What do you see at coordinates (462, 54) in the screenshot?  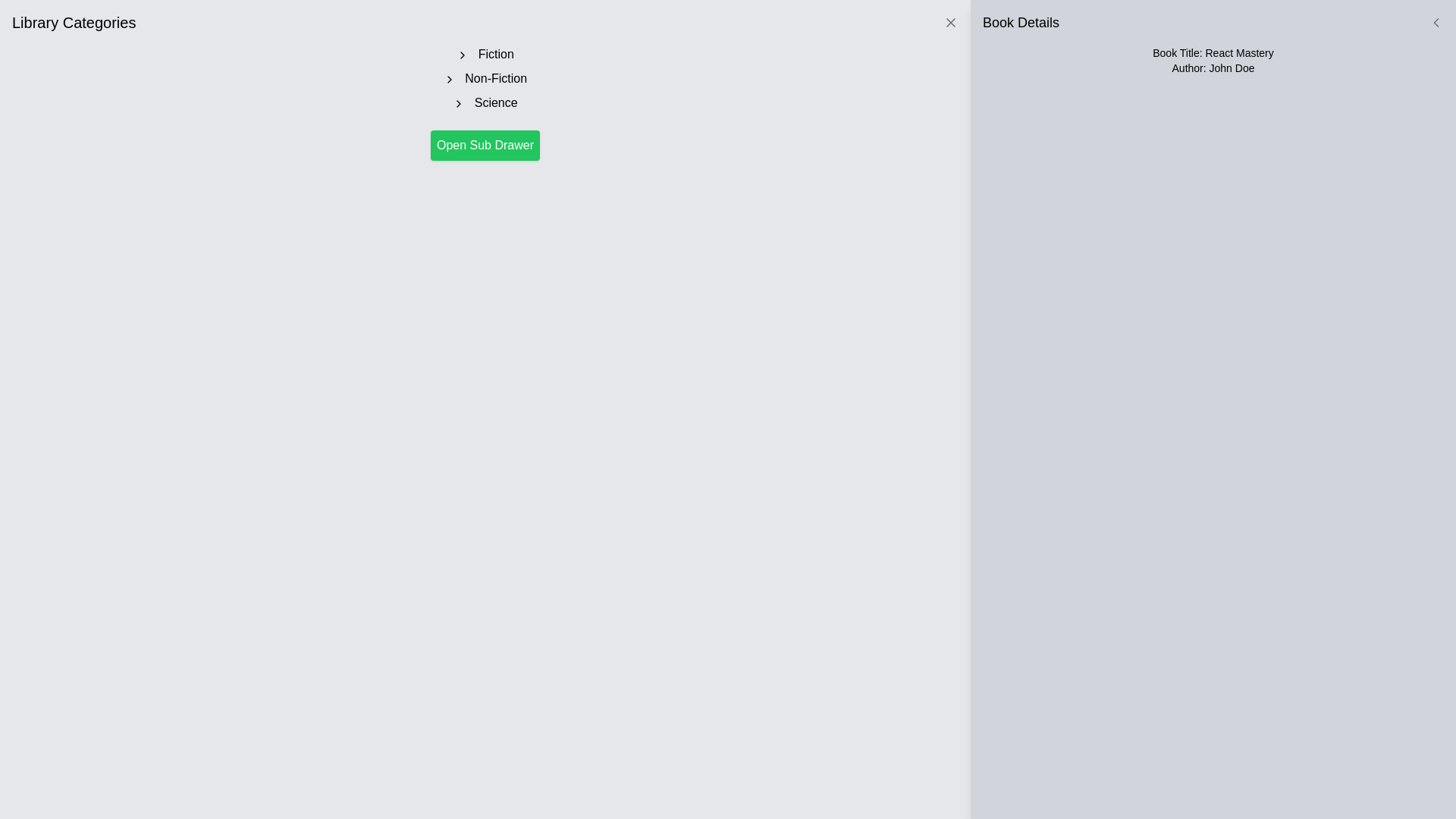 I see `the rightward-pointing chevron icon located to the left of the 'Fiction' text label` at bounding box center [462, 54].